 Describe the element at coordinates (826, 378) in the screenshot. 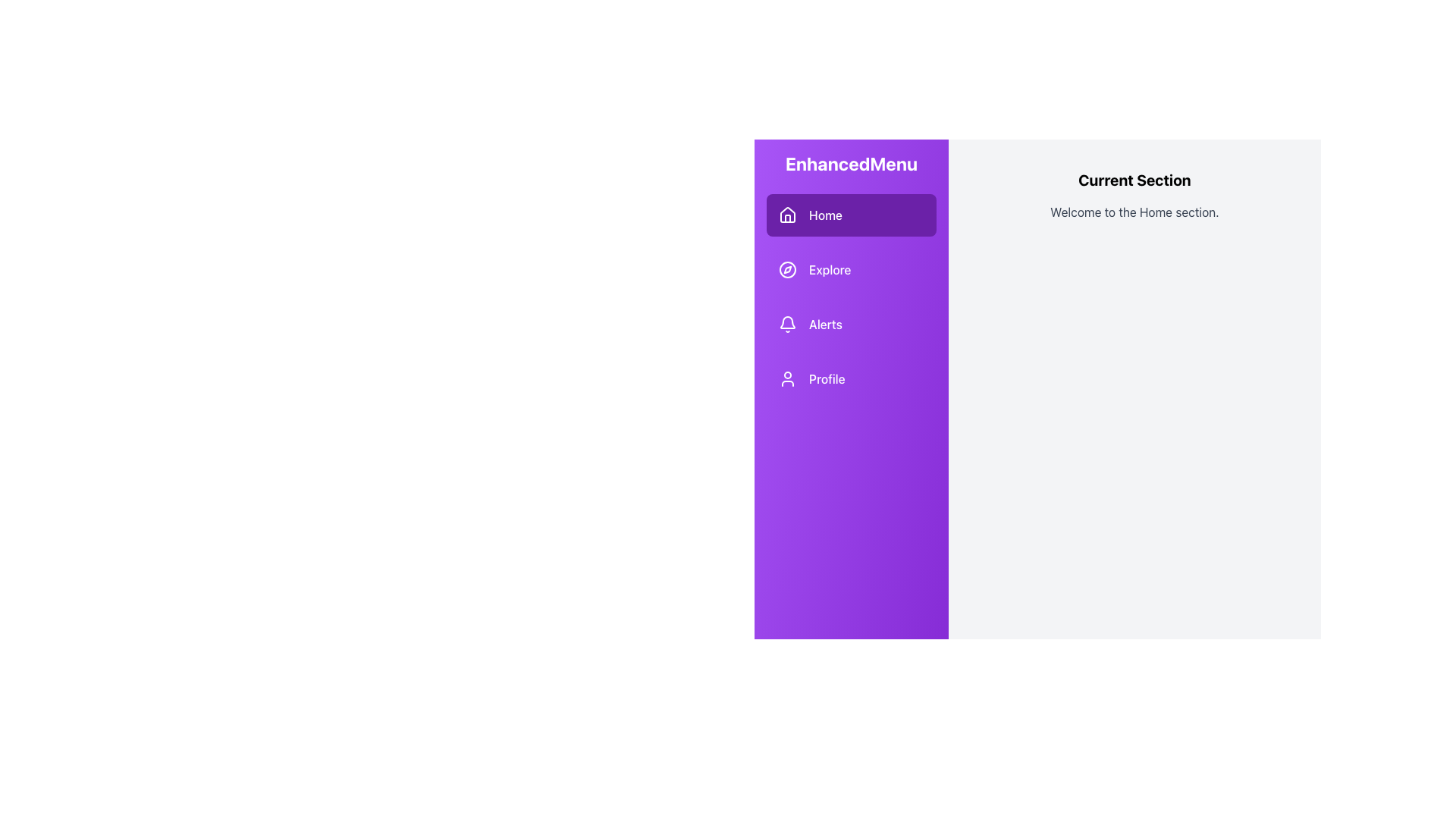

I see `text label representing the navigation option to the 'Profile' area located in the vertical menu on the left side of the interface, positioned below the 'Alerts' item` at that location.